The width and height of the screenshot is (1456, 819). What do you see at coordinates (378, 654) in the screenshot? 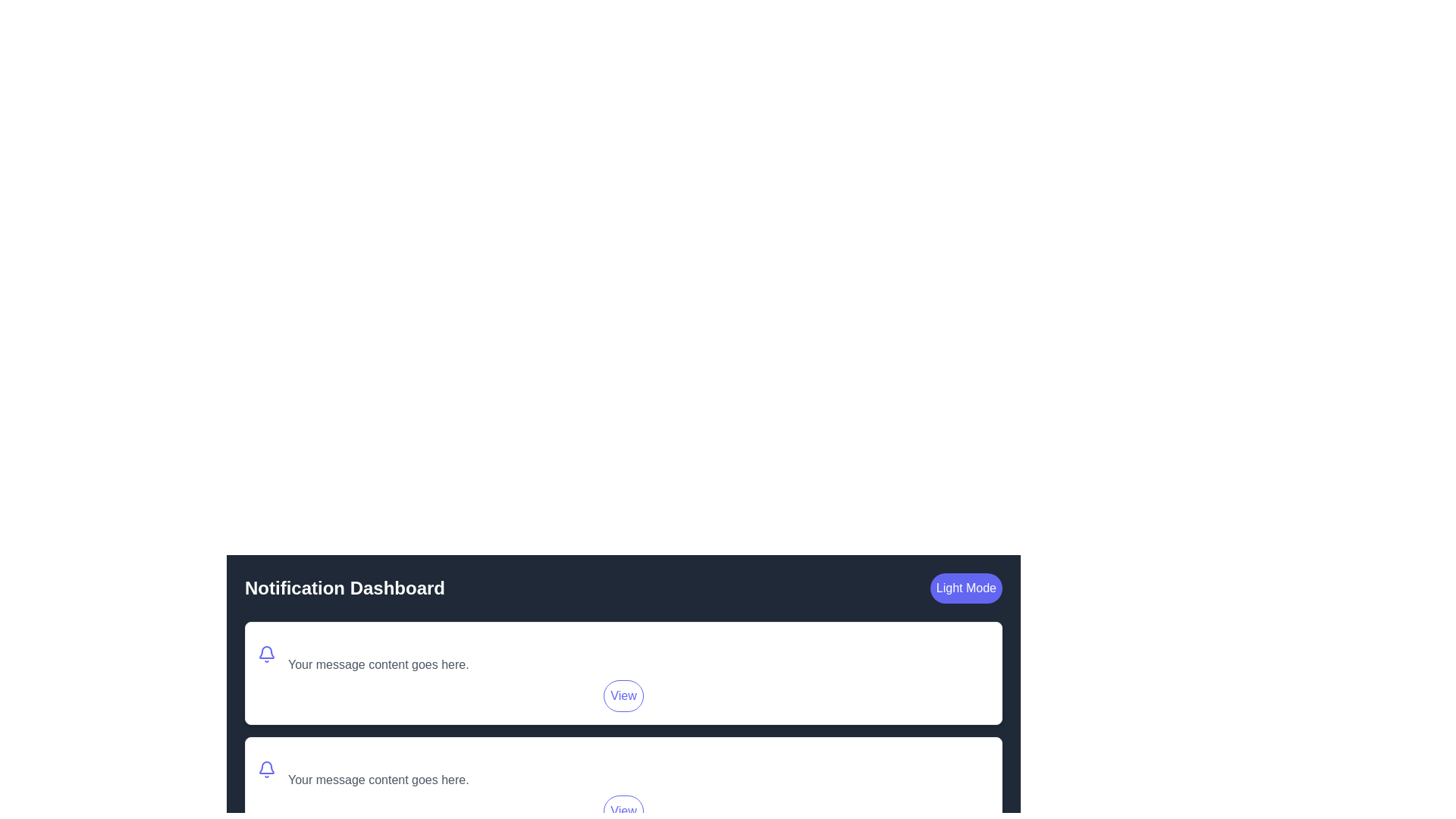
I see `the text element displaying 'Your message content goes here.' which is located under the bolded title 'Notification 1' in the first notification card` at bounding box center [378, 654].